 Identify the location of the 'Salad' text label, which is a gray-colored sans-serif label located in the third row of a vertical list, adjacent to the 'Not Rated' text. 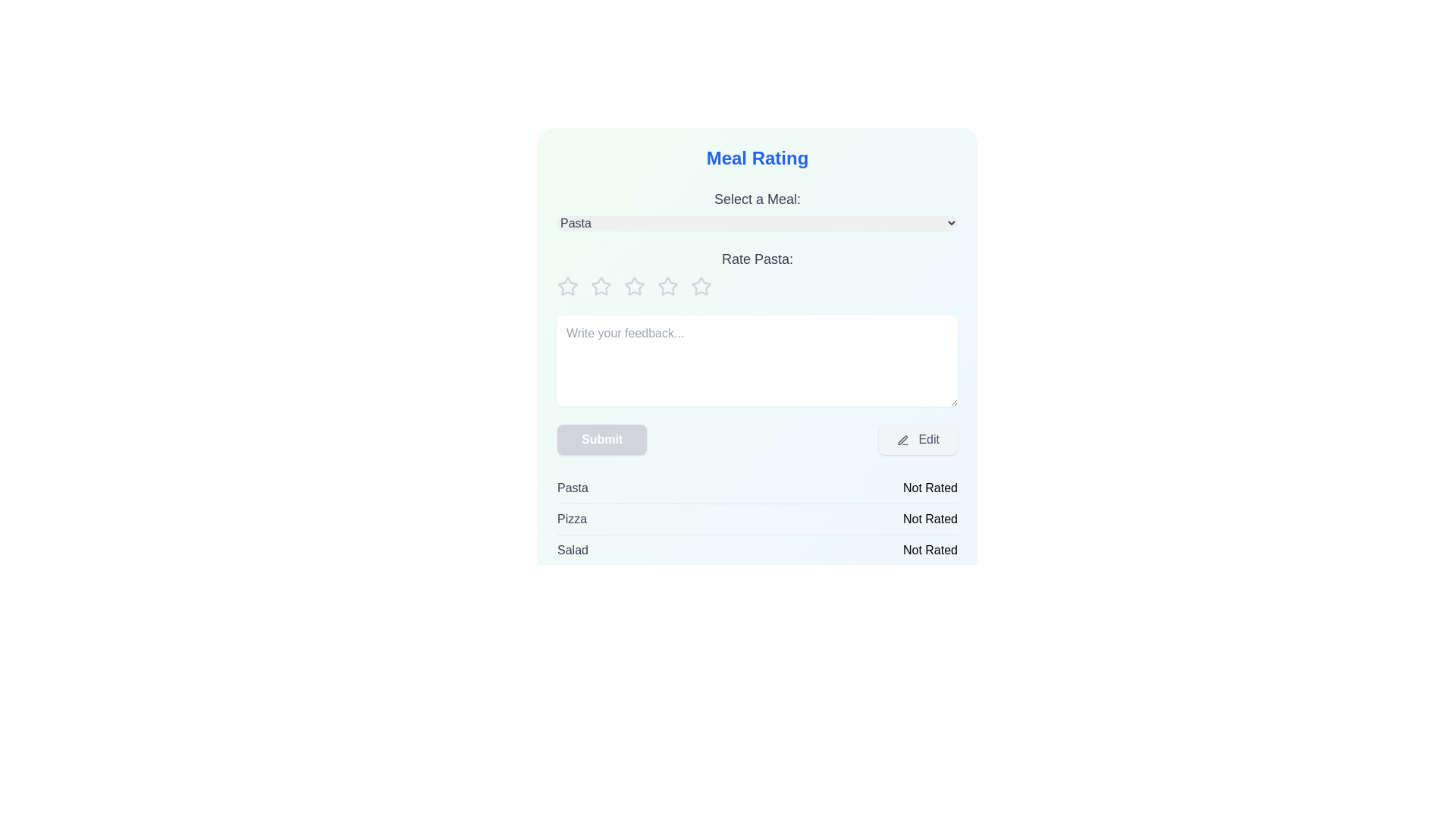
(572, 550).